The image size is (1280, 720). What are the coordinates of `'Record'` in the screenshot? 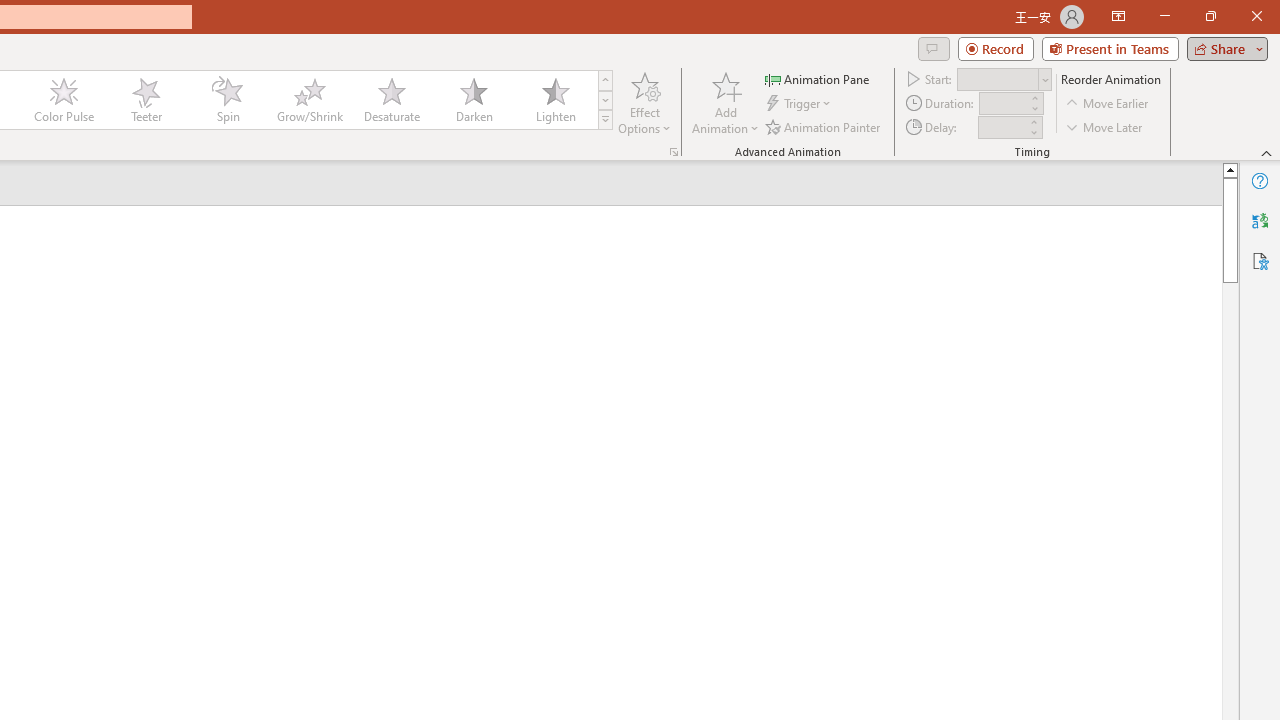 It's located at (995, 47).